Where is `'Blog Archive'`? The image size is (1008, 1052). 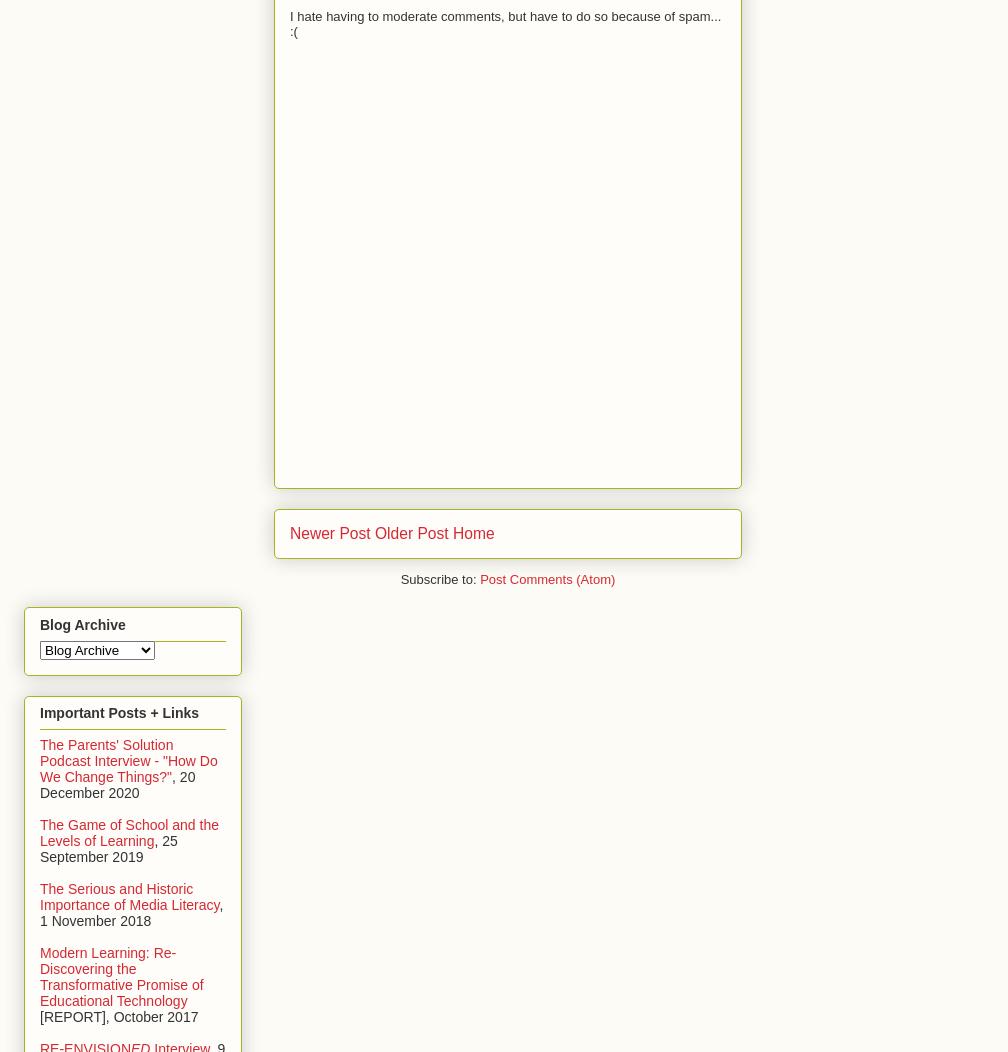
'Blog Archive' is located at coordinates (82, 624).